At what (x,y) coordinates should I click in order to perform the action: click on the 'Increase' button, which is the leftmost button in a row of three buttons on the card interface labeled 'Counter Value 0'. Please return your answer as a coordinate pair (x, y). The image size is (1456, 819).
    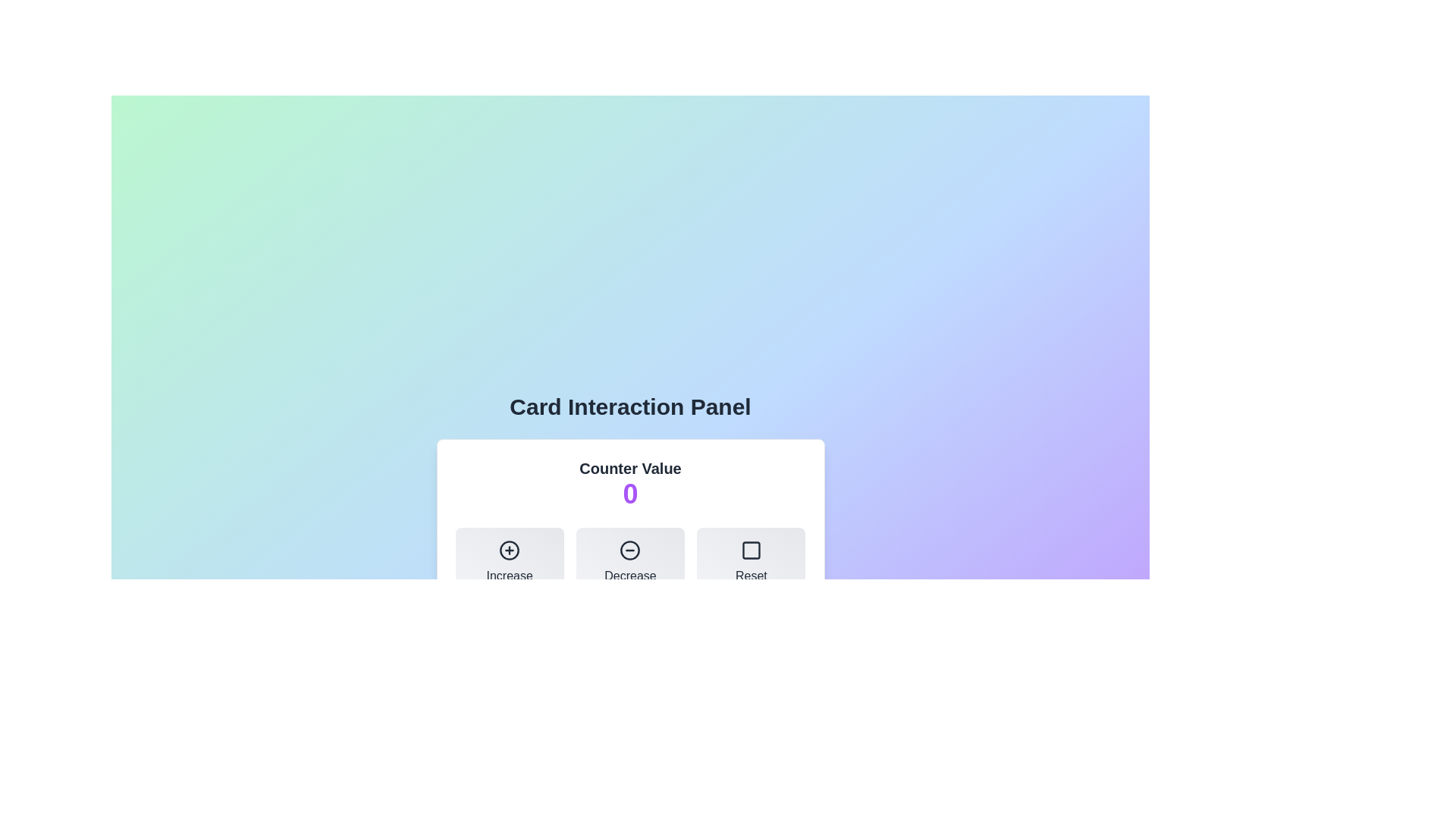
    Looking at the image, I should click on (510, 562).